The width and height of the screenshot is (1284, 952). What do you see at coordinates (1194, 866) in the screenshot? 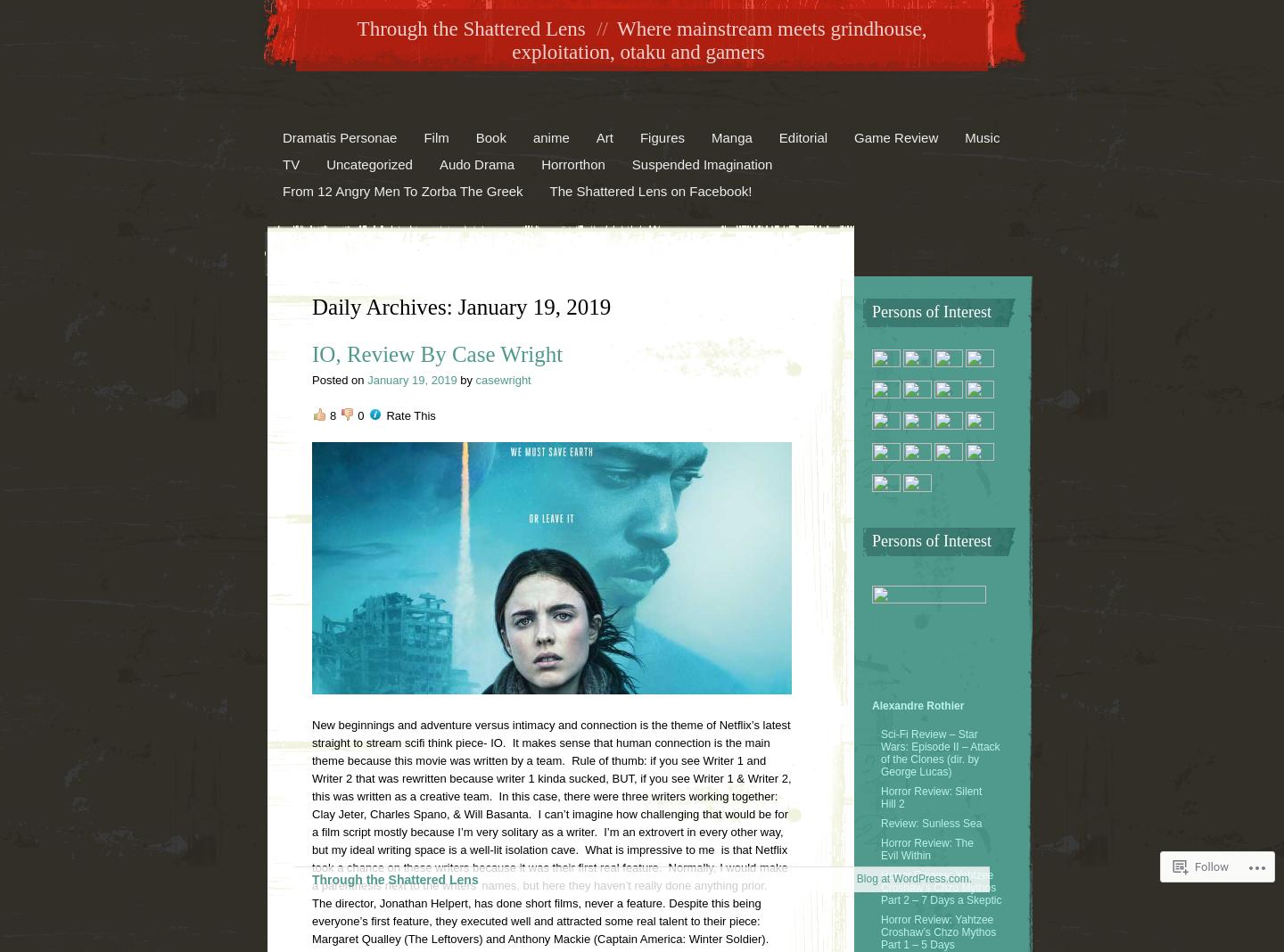
I see `'Follow'` at bounding box center [1194, 866].